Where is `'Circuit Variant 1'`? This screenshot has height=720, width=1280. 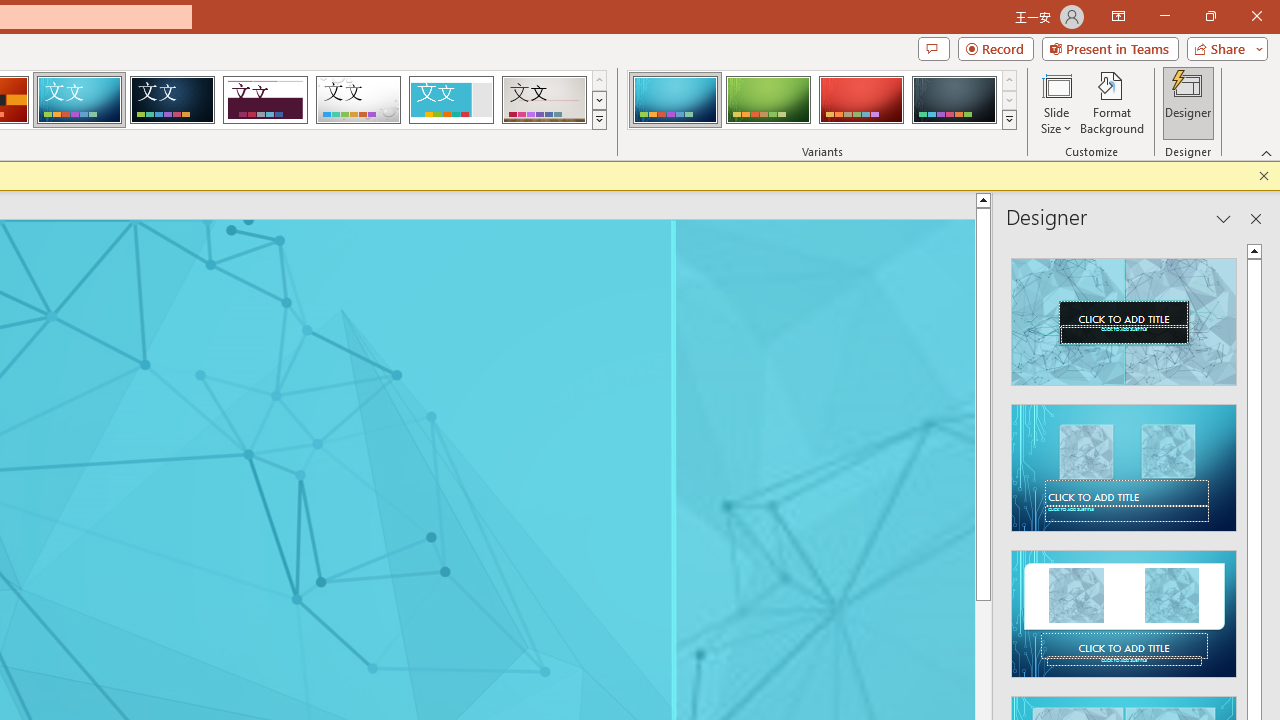
'Circuit Variant 1' is located at coordinates (675, 100).